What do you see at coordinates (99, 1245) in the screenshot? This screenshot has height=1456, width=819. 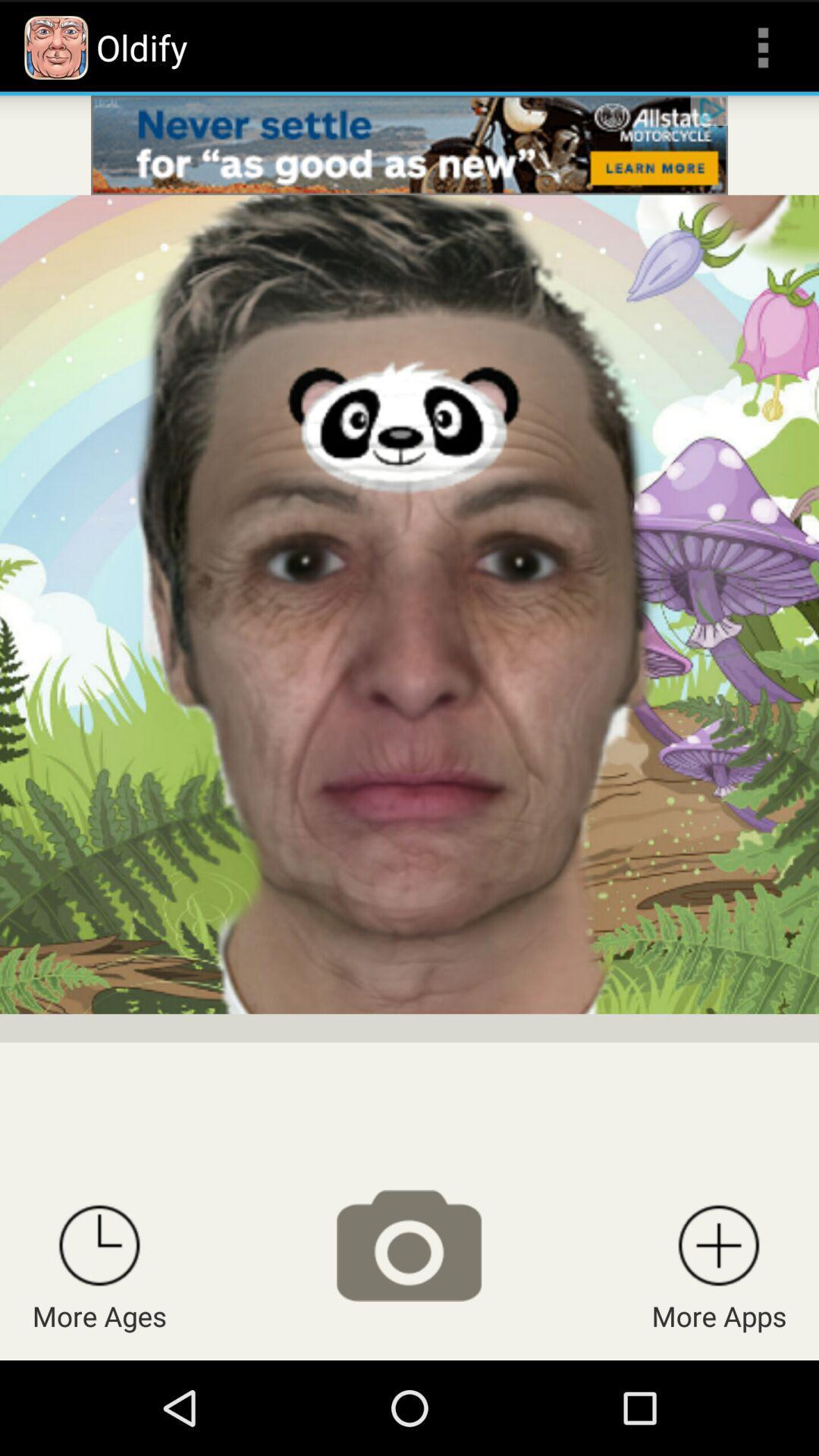 I see `load more age filters` at bounding box center [99, 1245].